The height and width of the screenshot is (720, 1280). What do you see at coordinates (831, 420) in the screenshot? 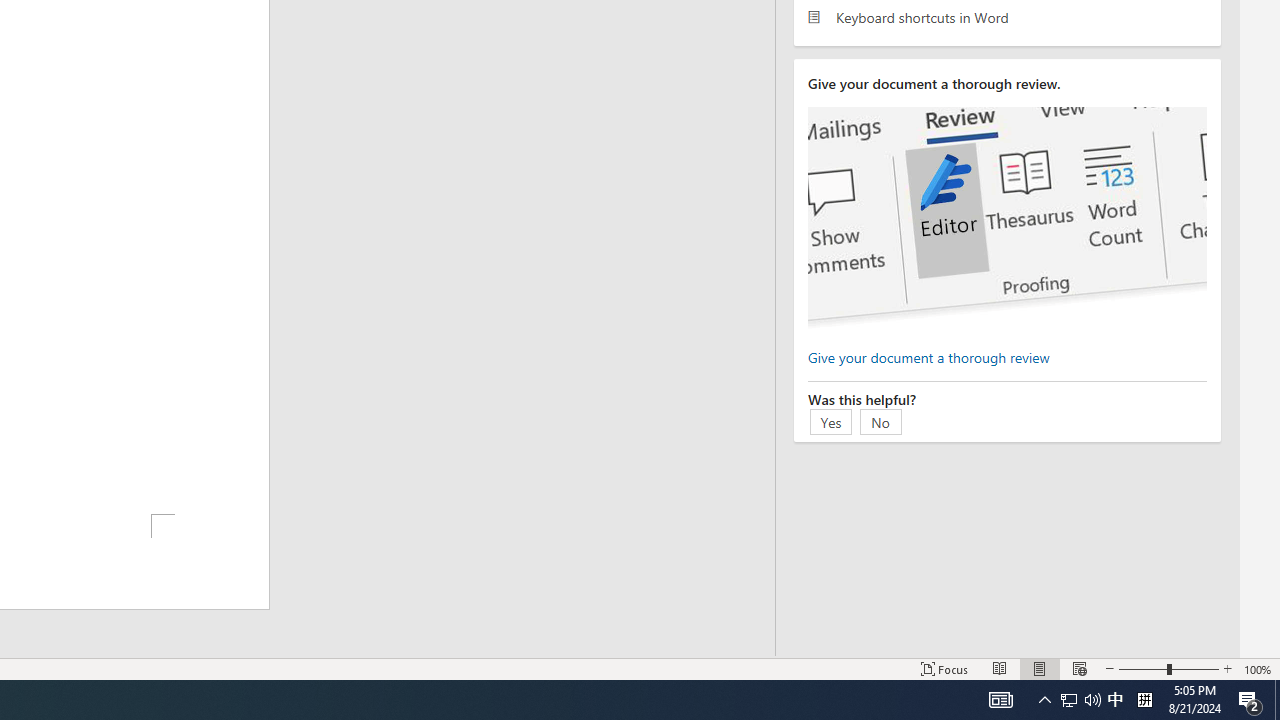
I see `'Yes'` at bounding box center [831, 420].